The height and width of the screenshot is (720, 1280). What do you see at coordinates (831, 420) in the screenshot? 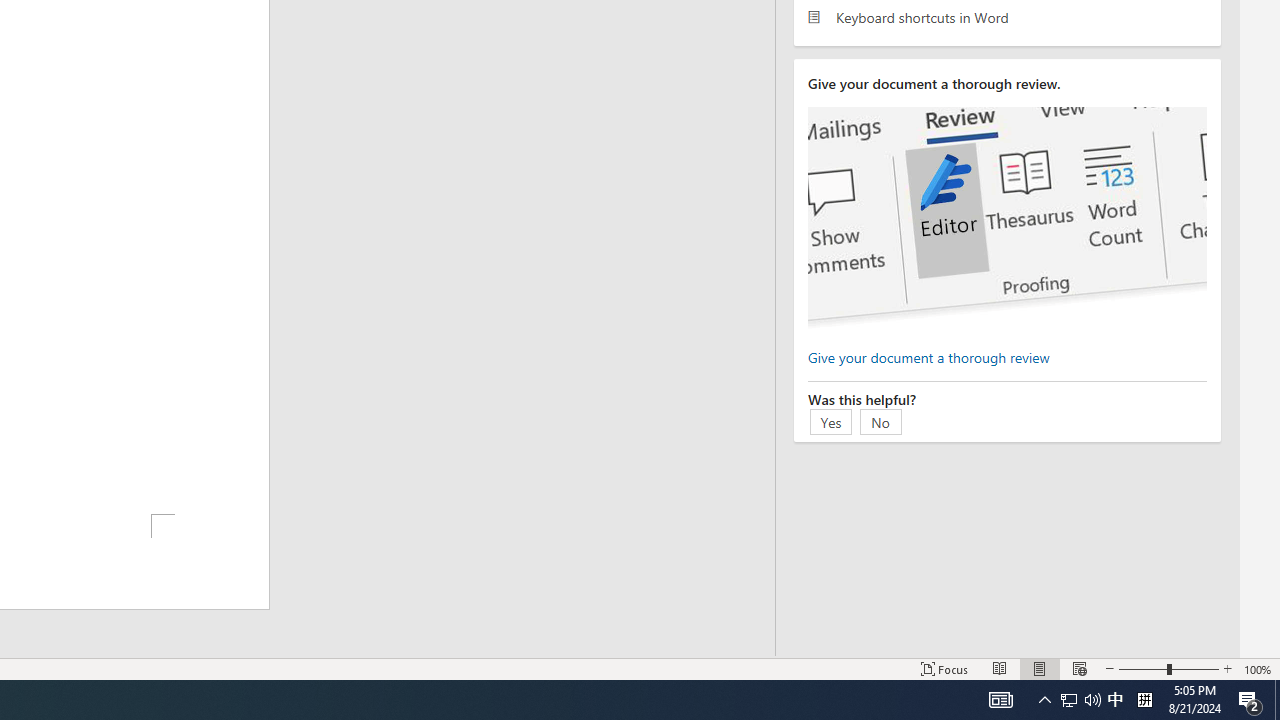
I see `'Yes'` at bounding box center [831, 420].